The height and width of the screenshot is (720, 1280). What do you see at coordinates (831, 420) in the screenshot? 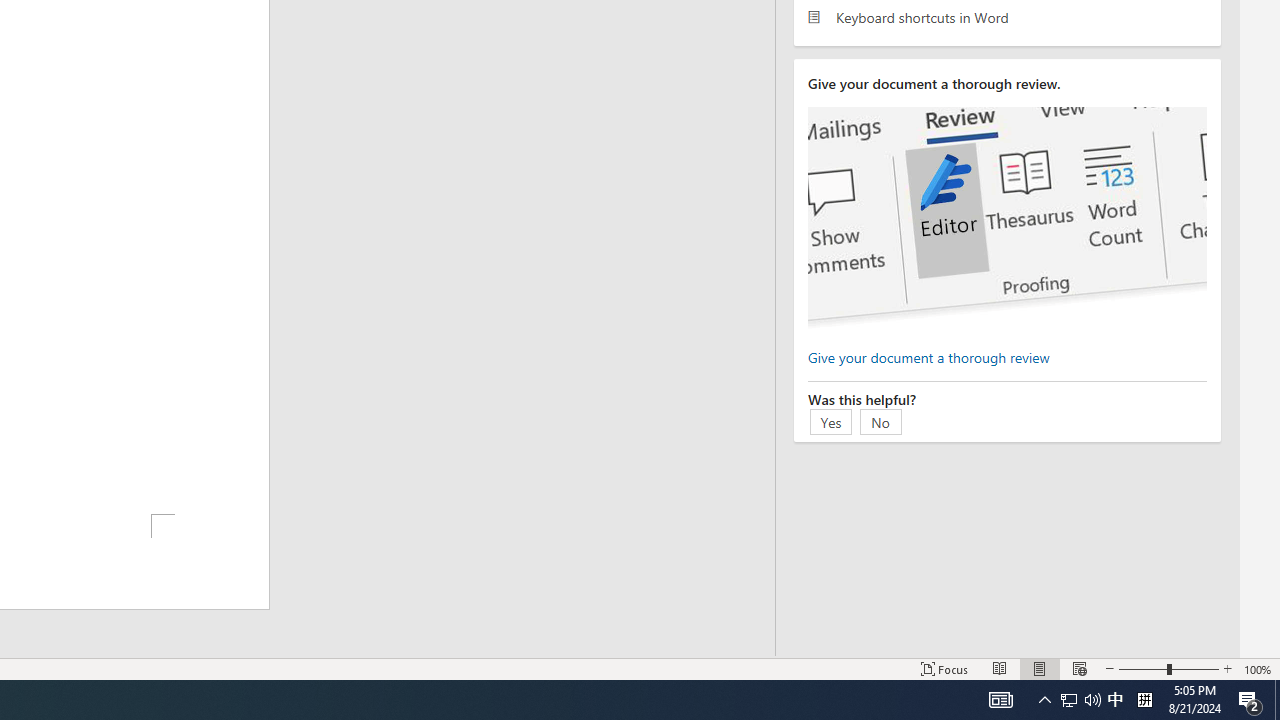
I see `'Yes'` at bounding box center [831, 420].